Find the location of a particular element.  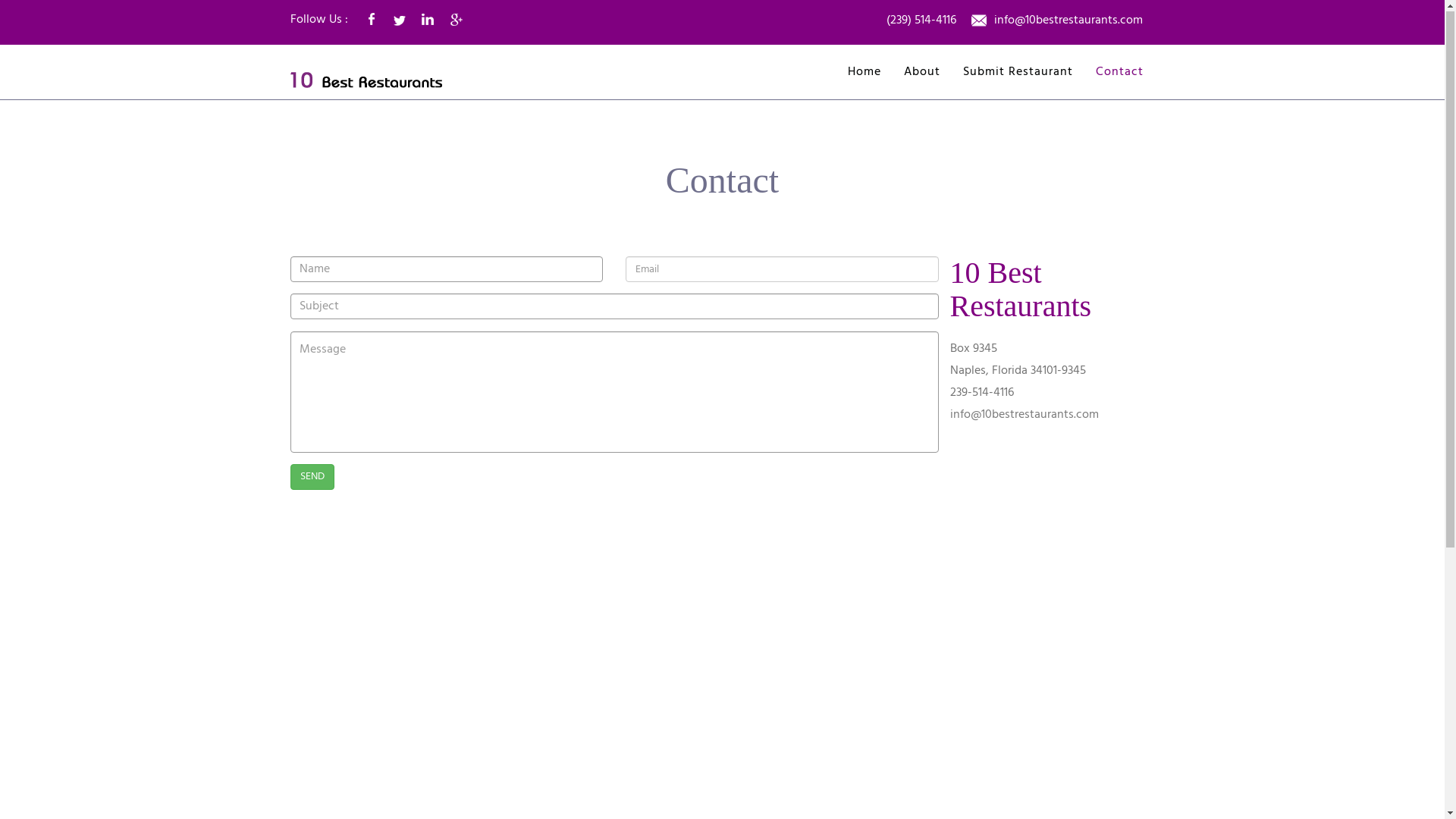

'Submit Restaurant' is located at coordinates (1018, 73).